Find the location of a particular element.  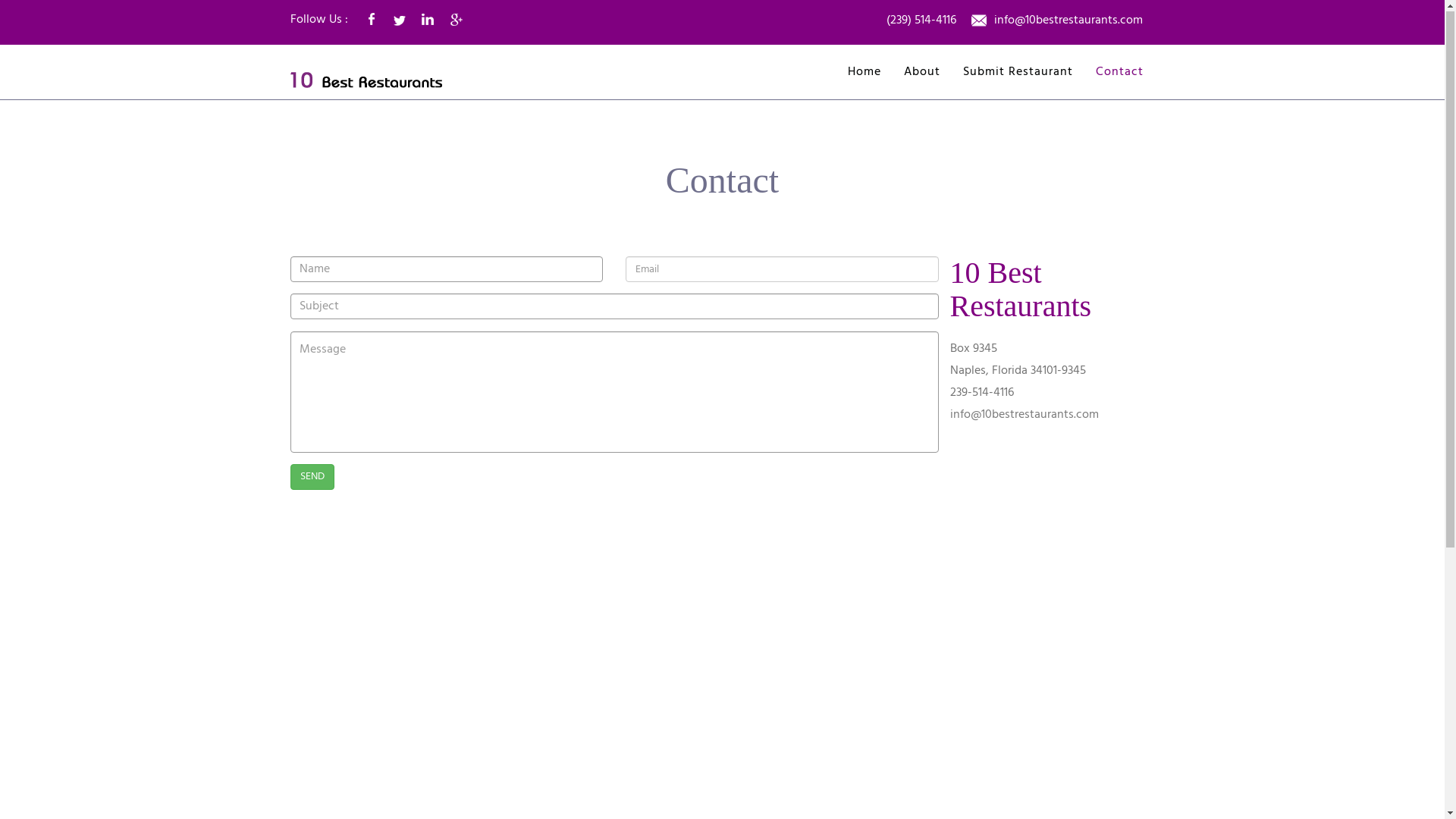

'Submit Restaurant' is located at coordinates (1018, 73).